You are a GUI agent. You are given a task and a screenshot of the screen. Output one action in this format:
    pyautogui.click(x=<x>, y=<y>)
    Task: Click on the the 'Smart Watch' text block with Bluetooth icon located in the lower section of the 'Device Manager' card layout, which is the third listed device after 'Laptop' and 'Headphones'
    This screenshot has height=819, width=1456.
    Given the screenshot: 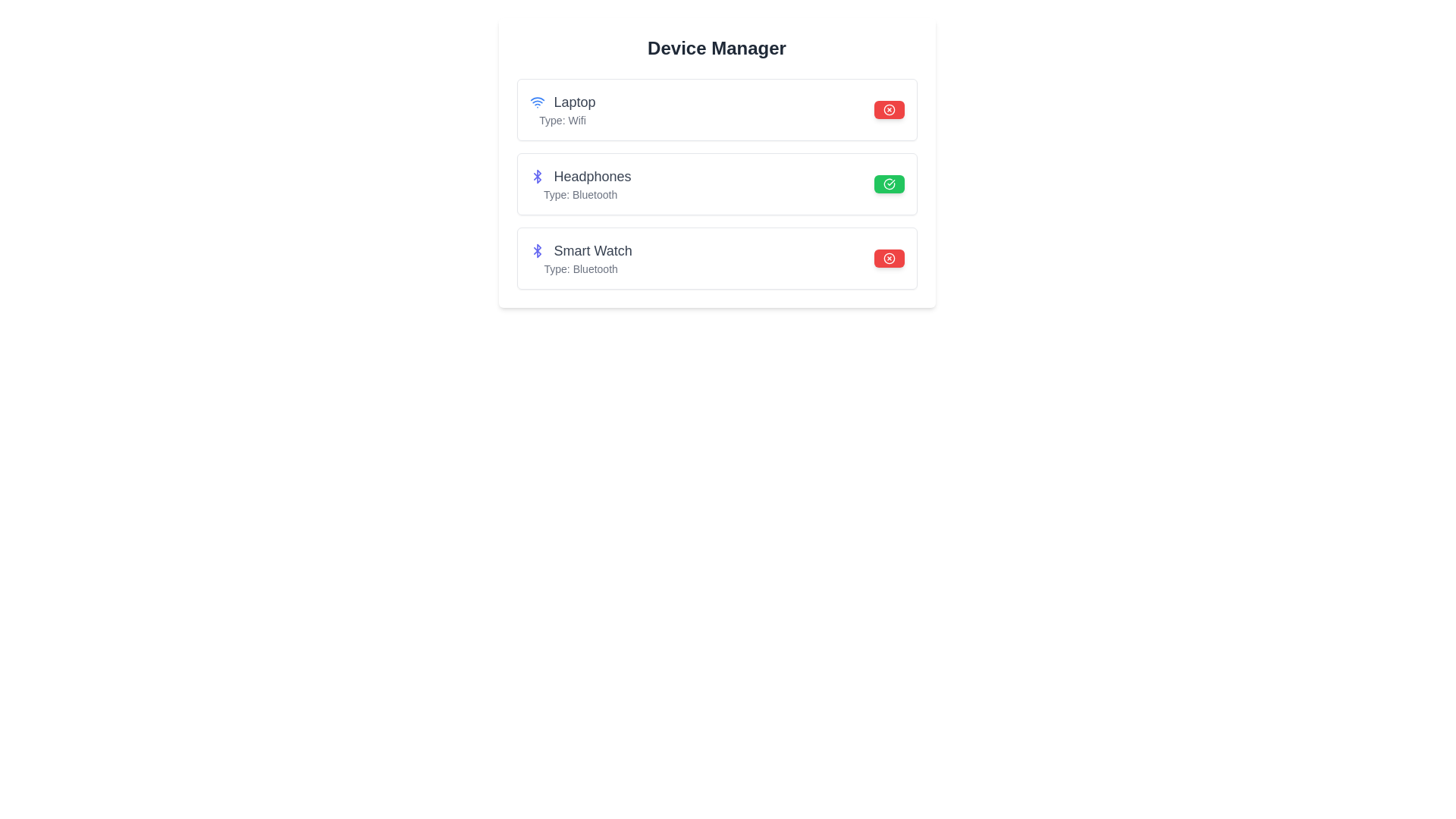 What is the action you would take?
    pyautogui.click(x=580, y=257)
    